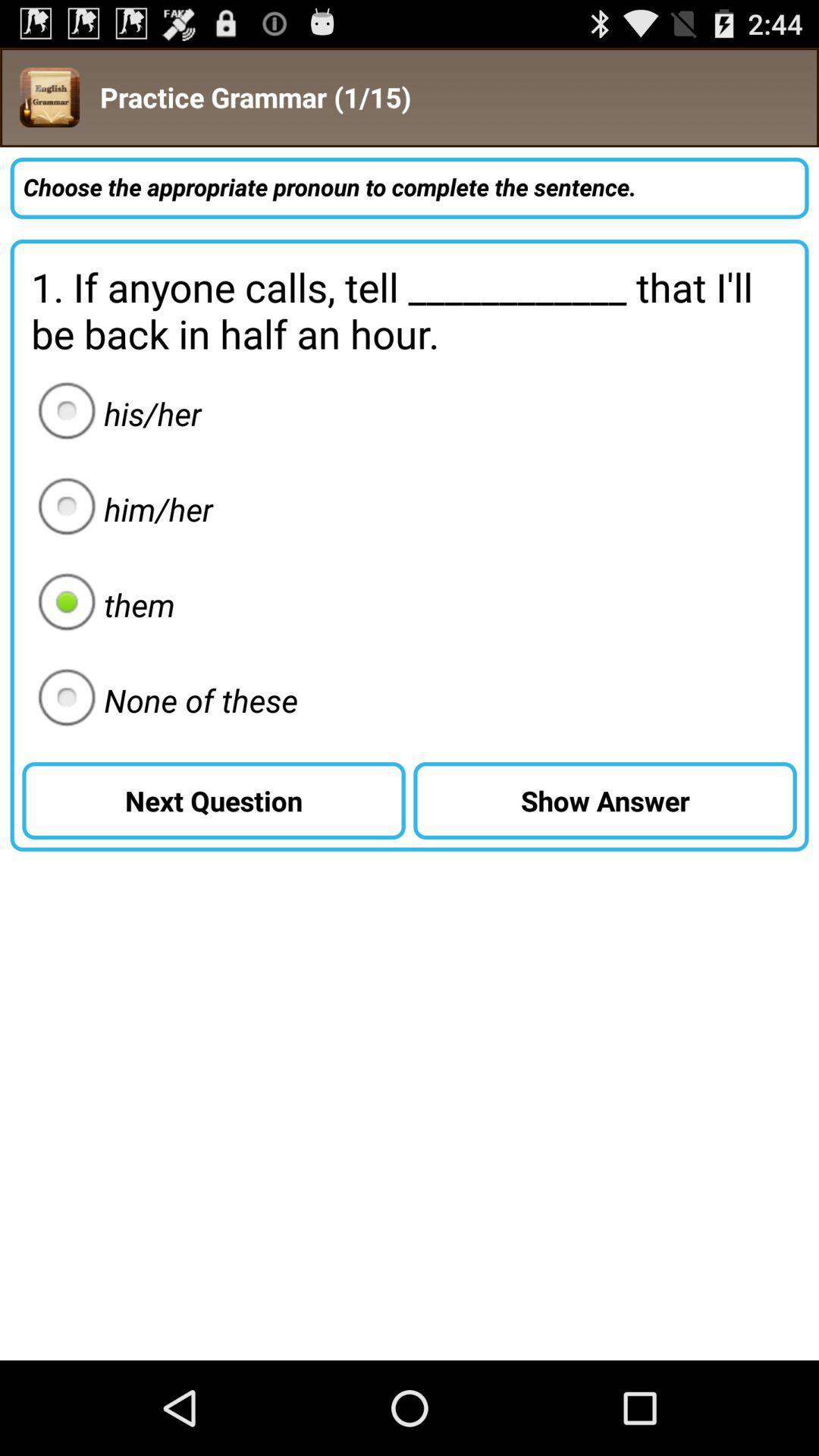 This screenshot has width=819, height=1456. What do you see at coordinates (102, 604) in the screenshot?
I see `the them item` at bounding box center [102, 604].